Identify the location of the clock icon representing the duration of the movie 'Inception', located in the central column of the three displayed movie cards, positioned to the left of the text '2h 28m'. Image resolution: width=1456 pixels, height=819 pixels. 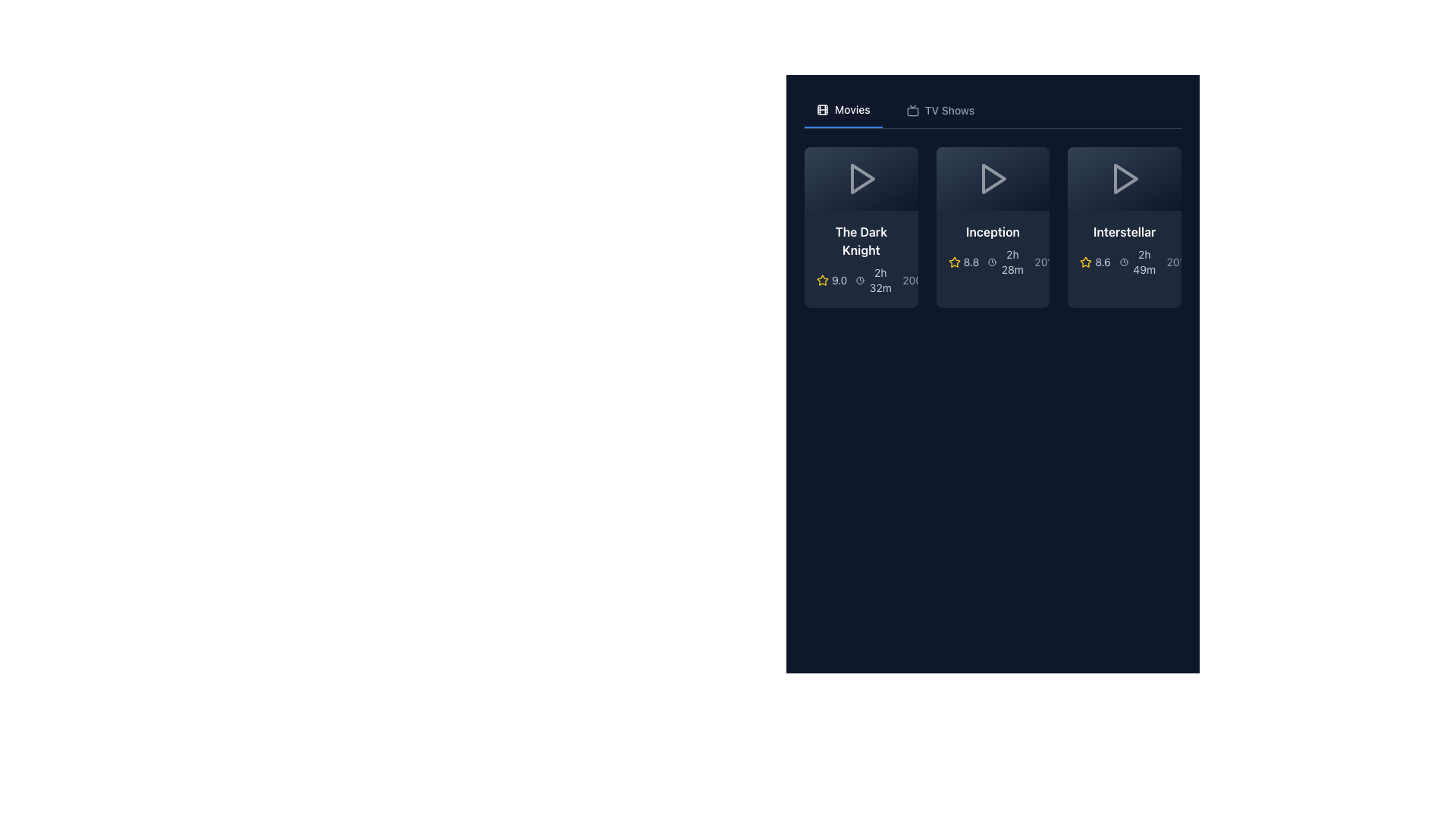
(992, 262).